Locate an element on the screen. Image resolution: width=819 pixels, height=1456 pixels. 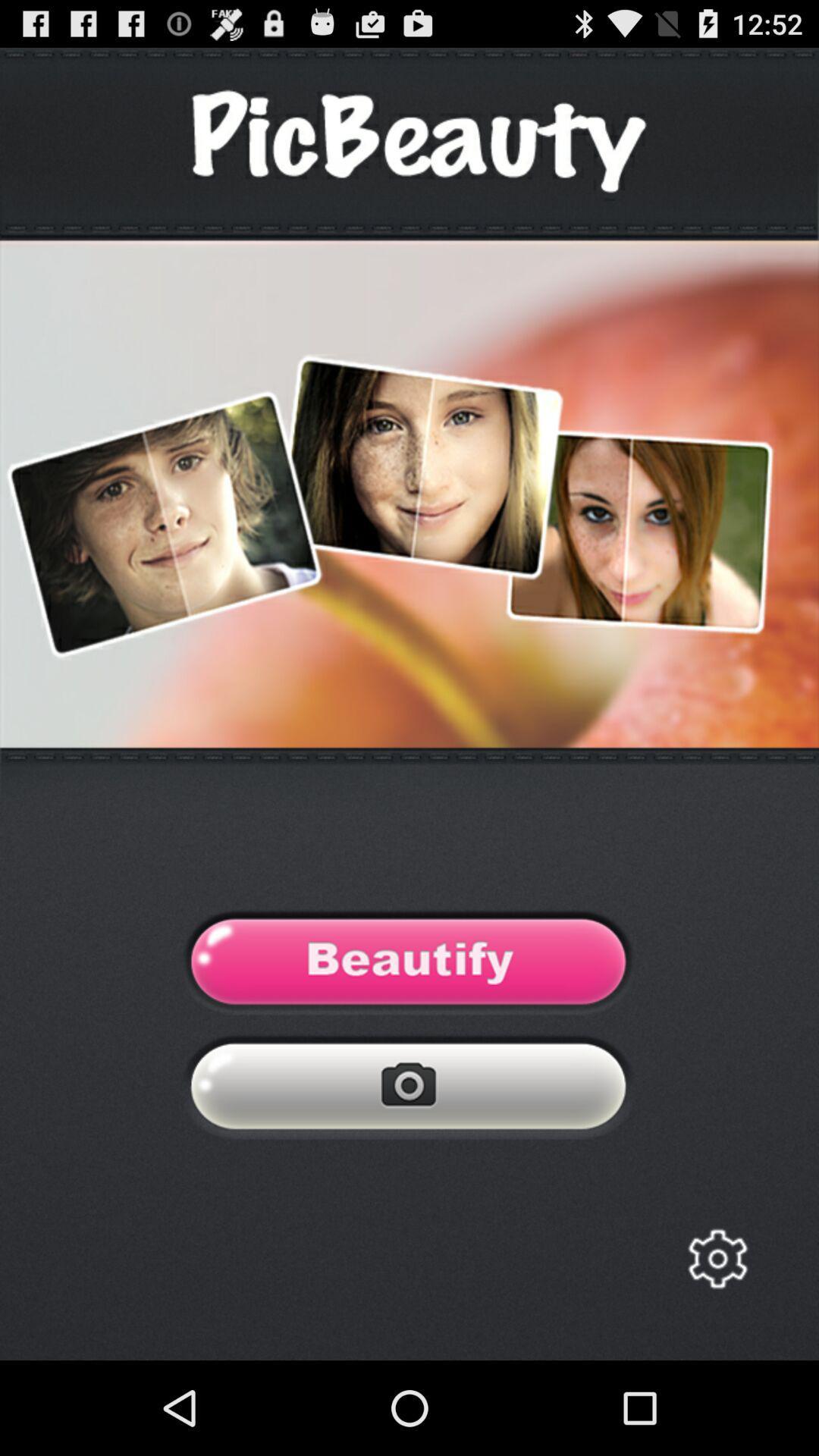
the image is located at coordinates (408, 965).